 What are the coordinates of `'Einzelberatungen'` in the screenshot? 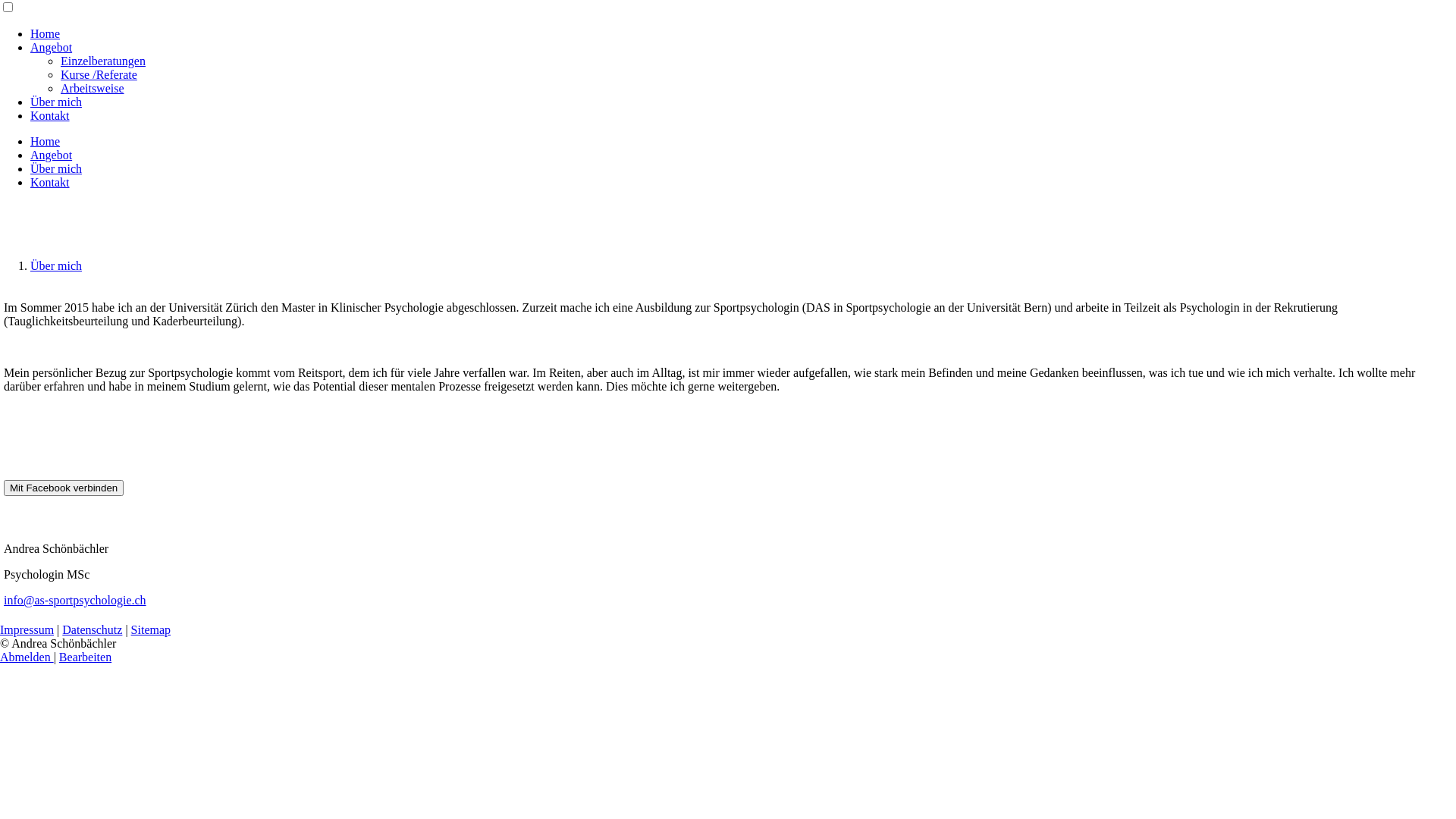 It's located at (102, 60).